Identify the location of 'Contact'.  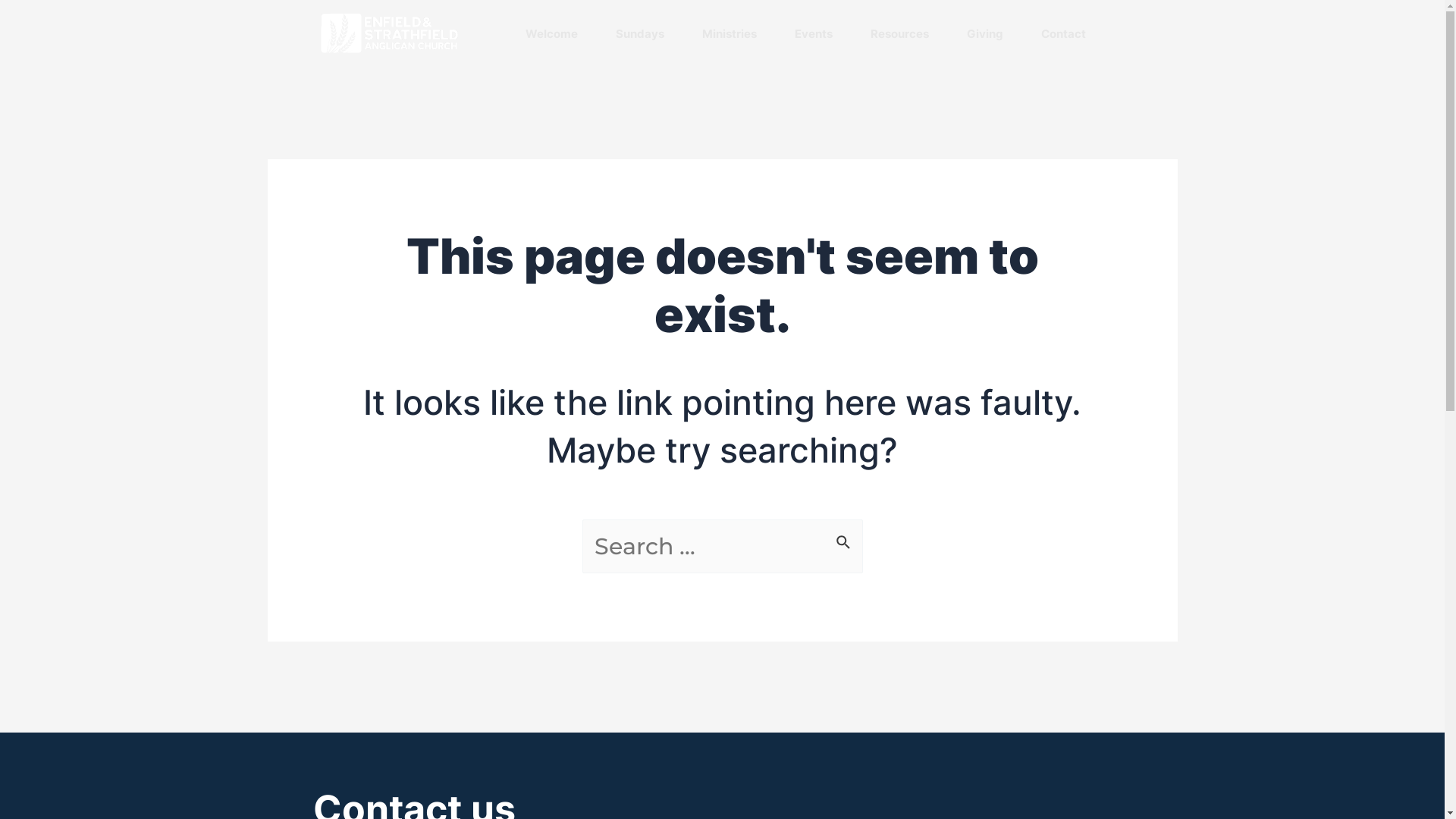
(1062, 33).